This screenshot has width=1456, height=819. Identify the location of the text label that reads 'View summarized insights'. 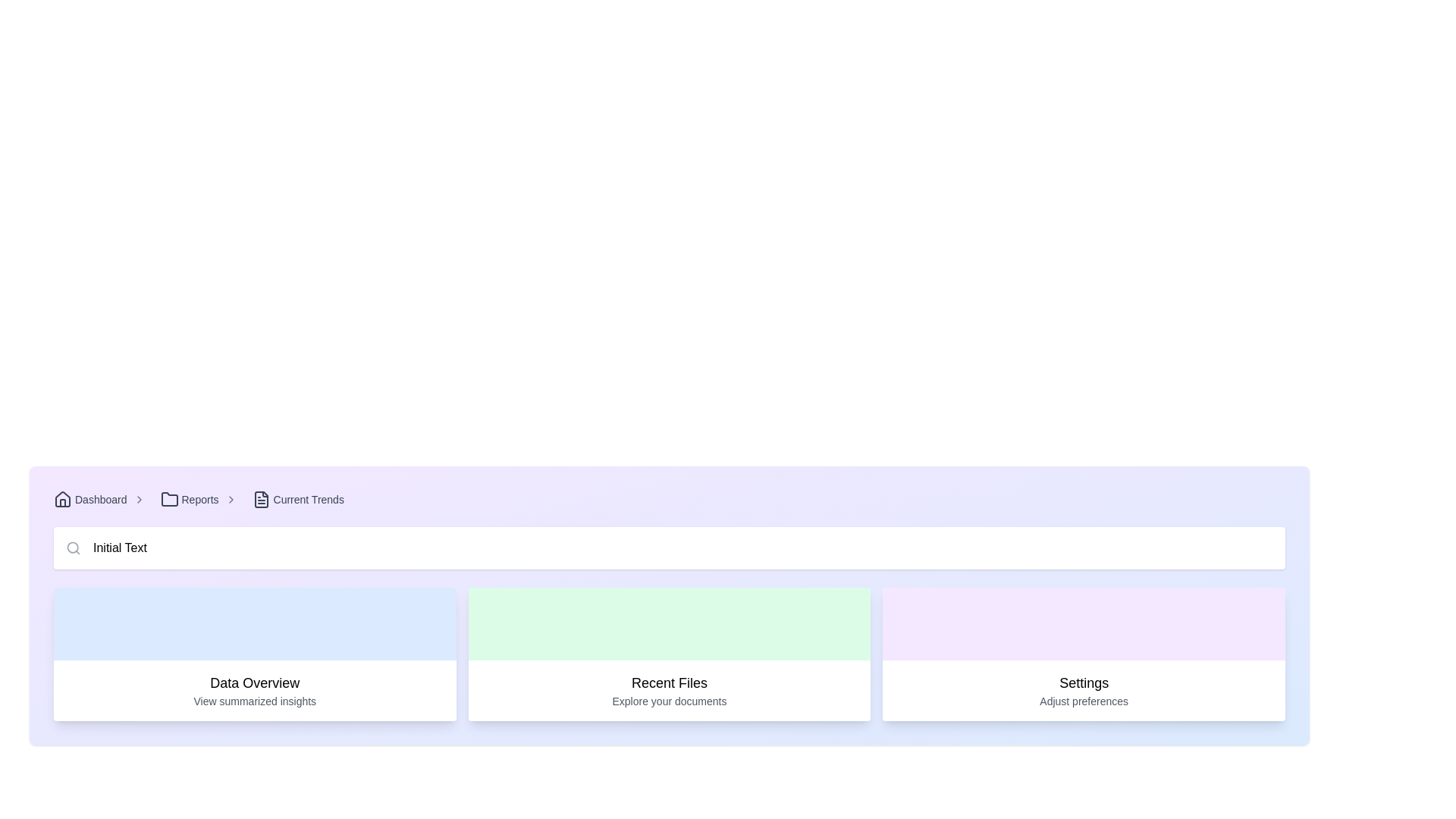
(255, 701).